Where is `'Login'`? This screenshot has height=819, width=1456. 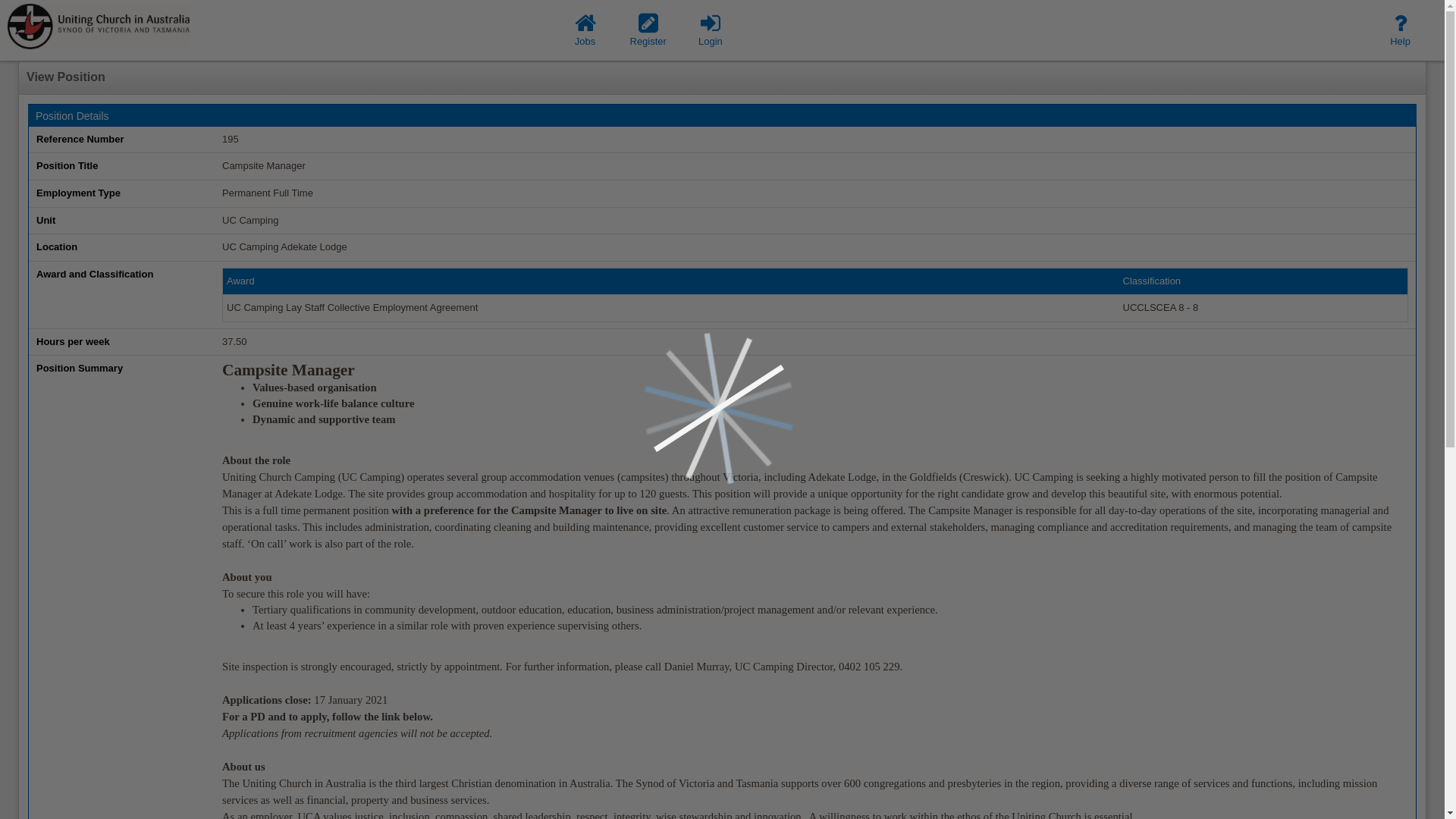
'Login' is located at coordinates (709, 30).